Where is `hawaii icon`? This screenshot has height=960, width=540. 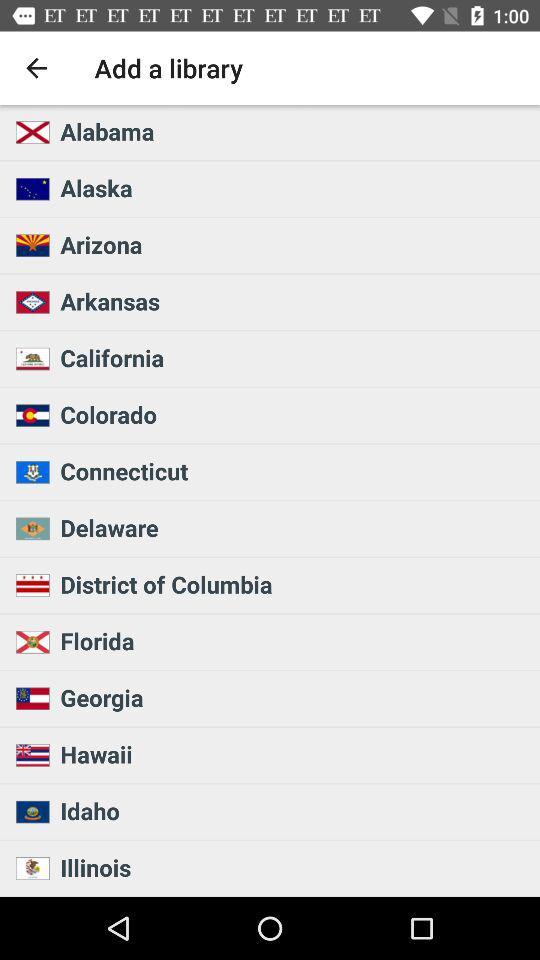 hawaii icon is located at coordinates (293, 753).